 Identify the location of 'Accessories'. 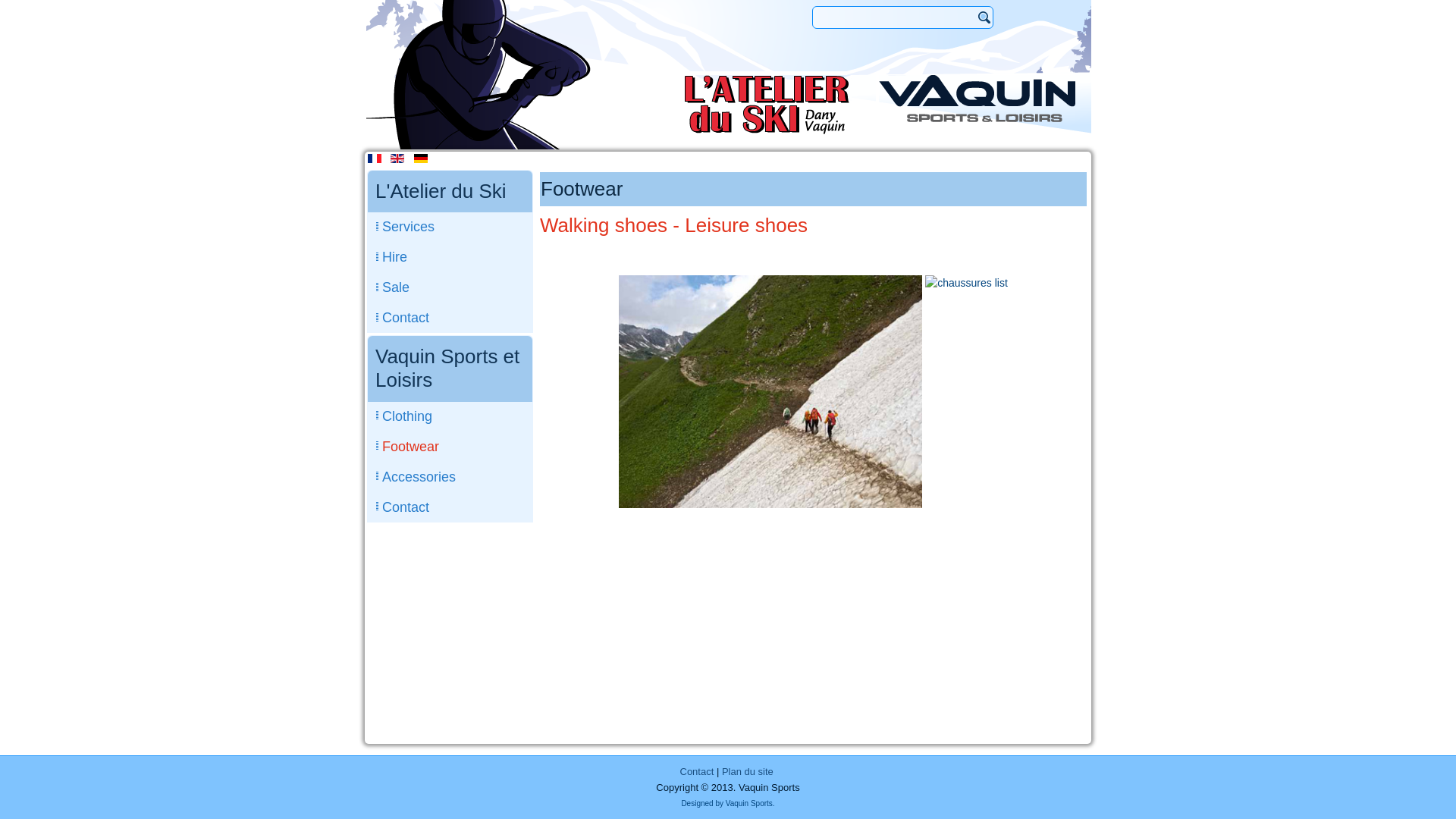
(449, 475).